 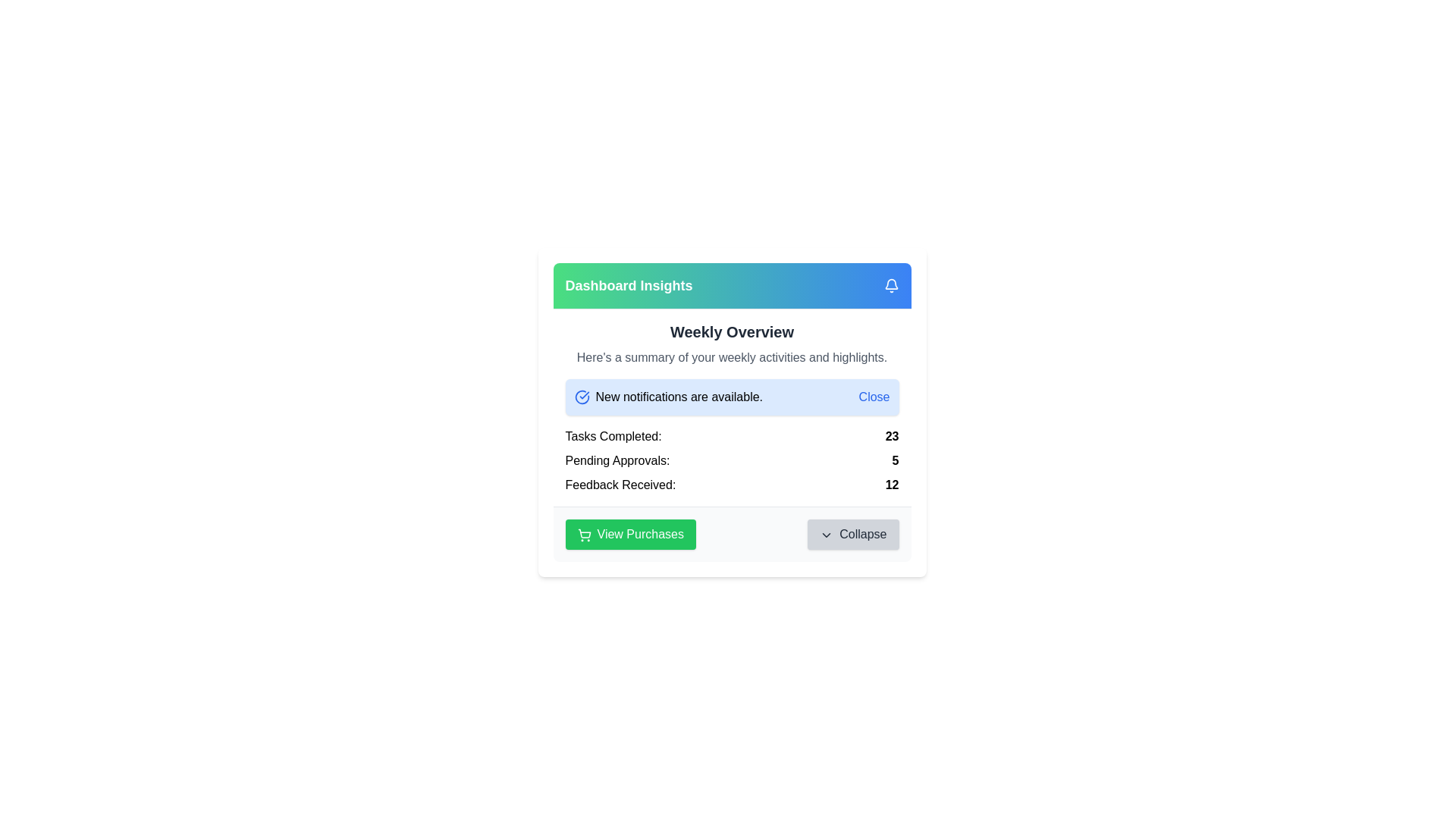 What do you see at coordinates (678, 397) in the screenshot?
I see `the text label displaying 'New notifications are available.' positioned below the 'Weekly Overview' header` at bounding box center [678, 397].